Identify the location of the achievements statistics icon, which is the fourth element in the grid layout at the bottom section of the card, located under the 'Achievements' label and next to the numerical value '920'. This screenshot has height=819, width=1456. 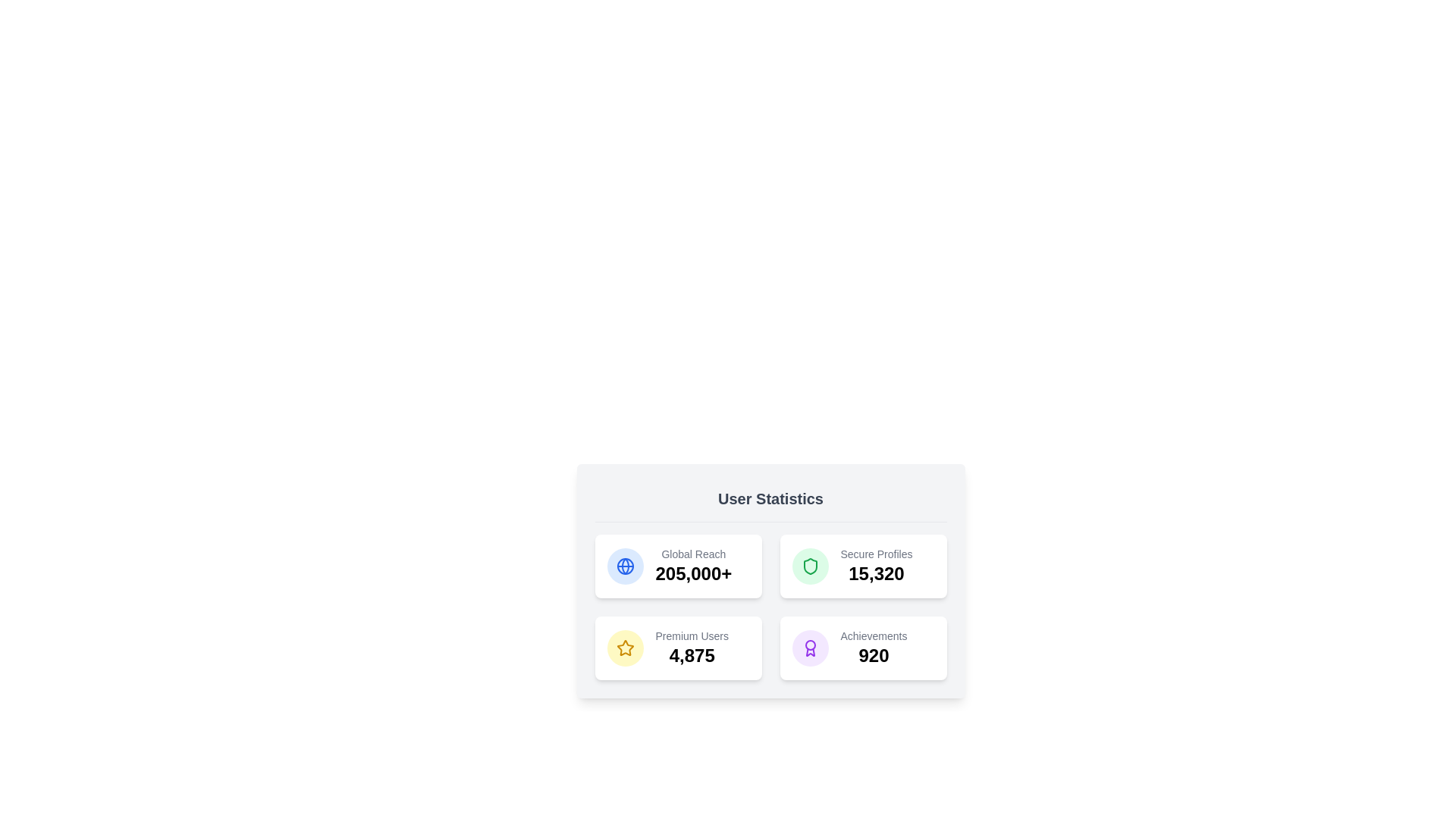
(809, 648).